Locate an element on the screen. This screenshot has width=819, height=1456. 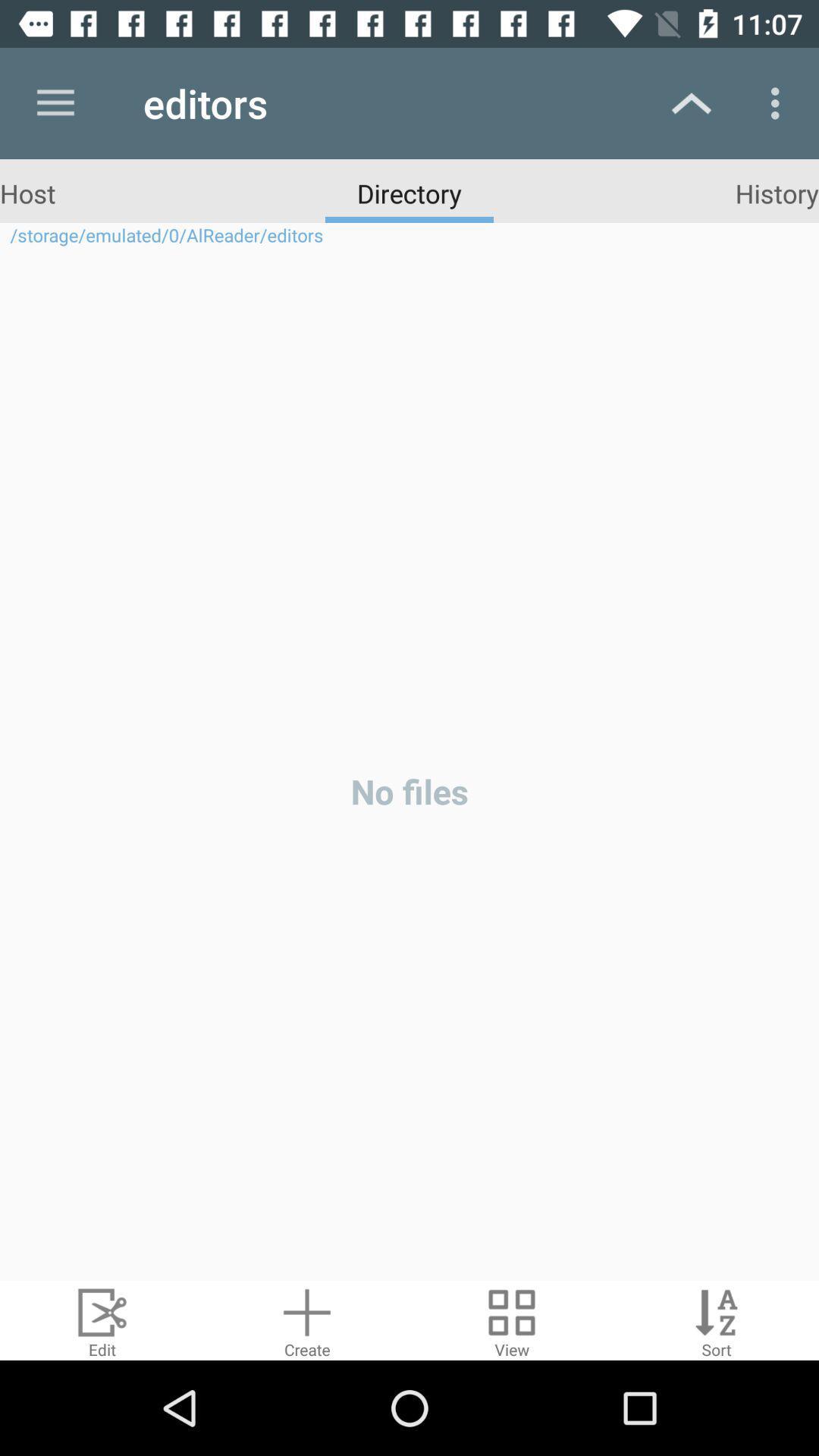
the icon below the storage emulated 0 icon is located at coordinates (409, 764).